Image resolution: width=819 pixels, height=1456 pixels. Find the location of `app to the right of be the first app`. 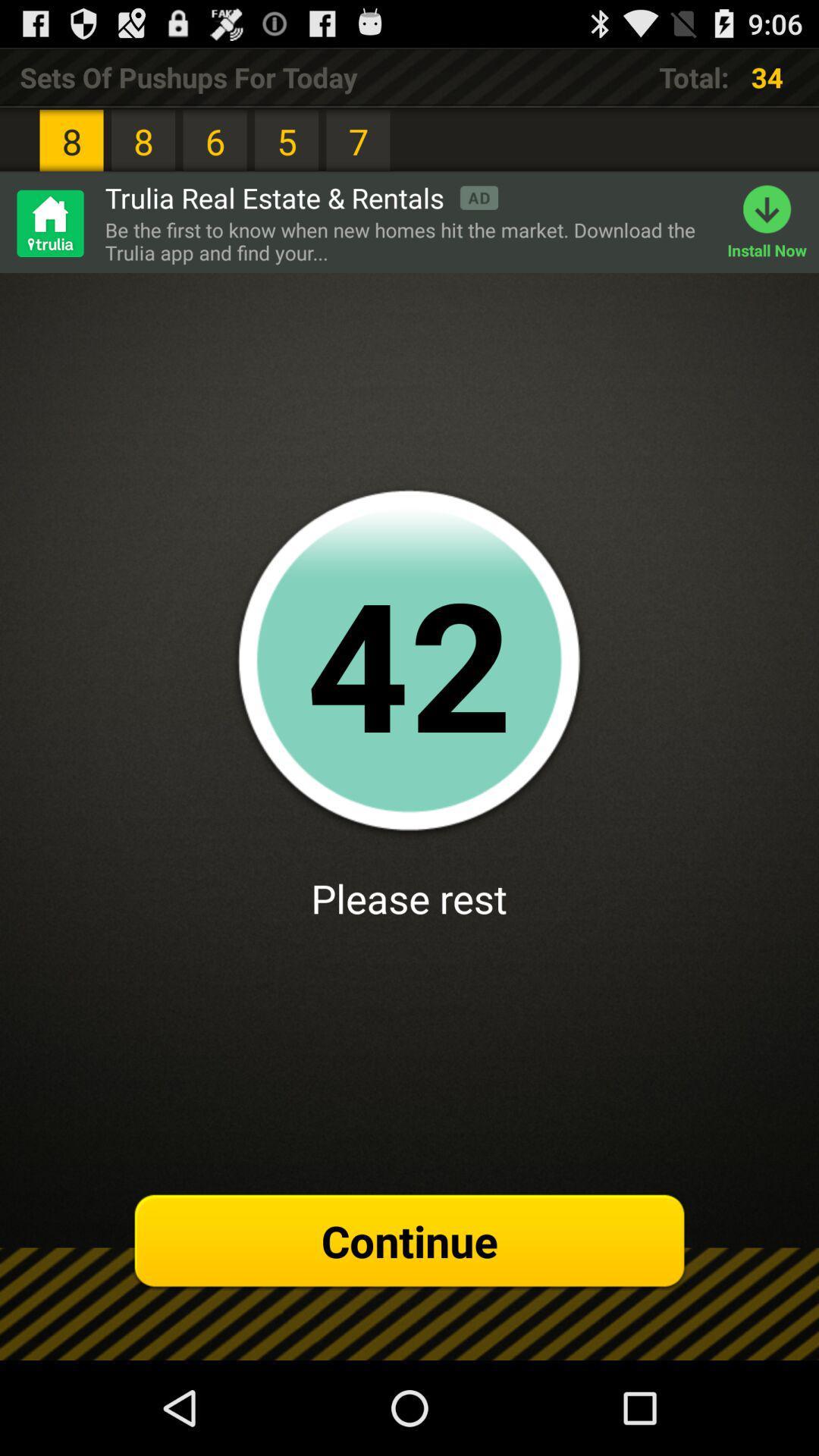

app to the right of be the first app is located at coordinates (773, 222).